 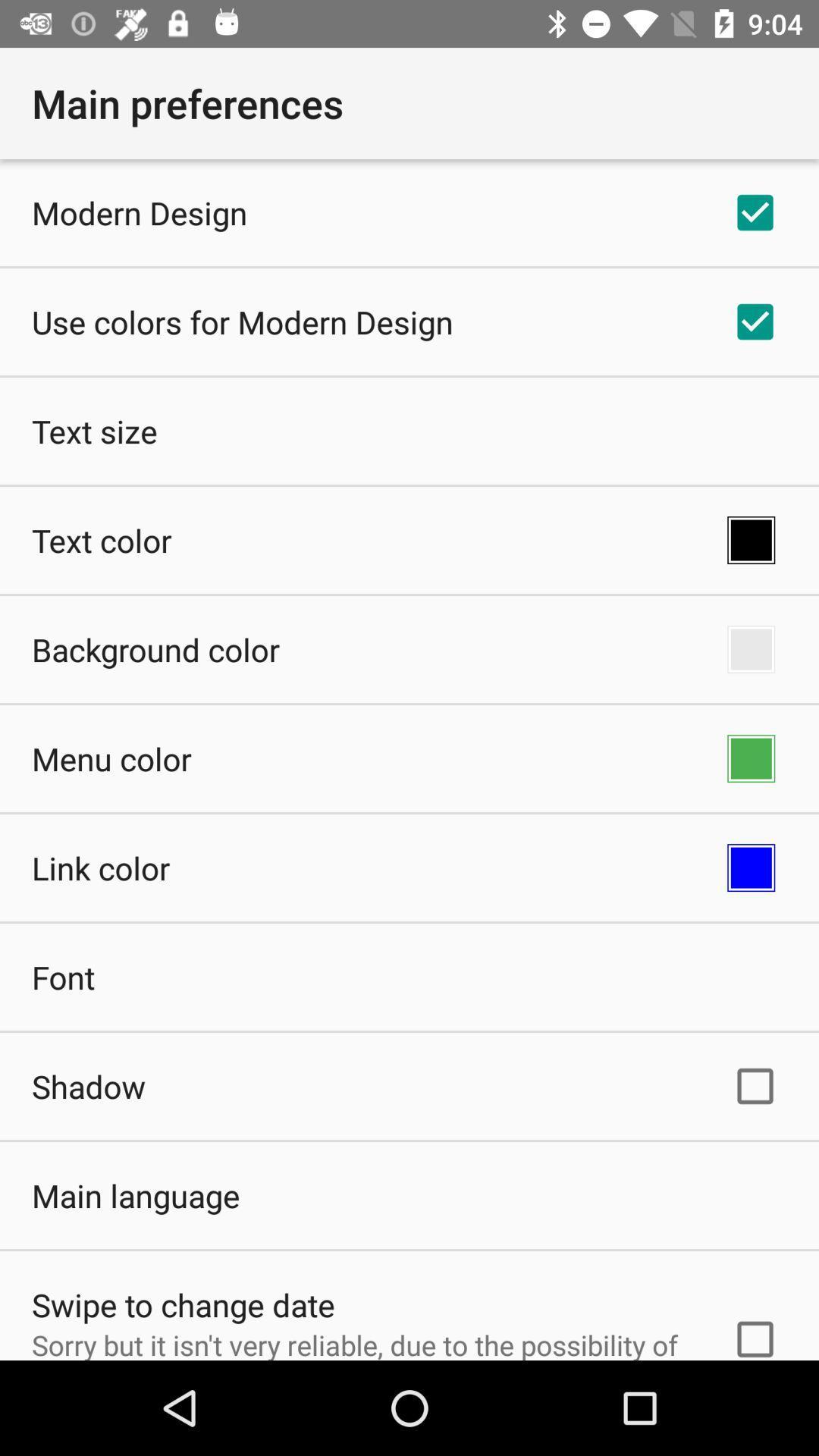 I want to click on the sorry but it icon, so click(x=362, y=1343).